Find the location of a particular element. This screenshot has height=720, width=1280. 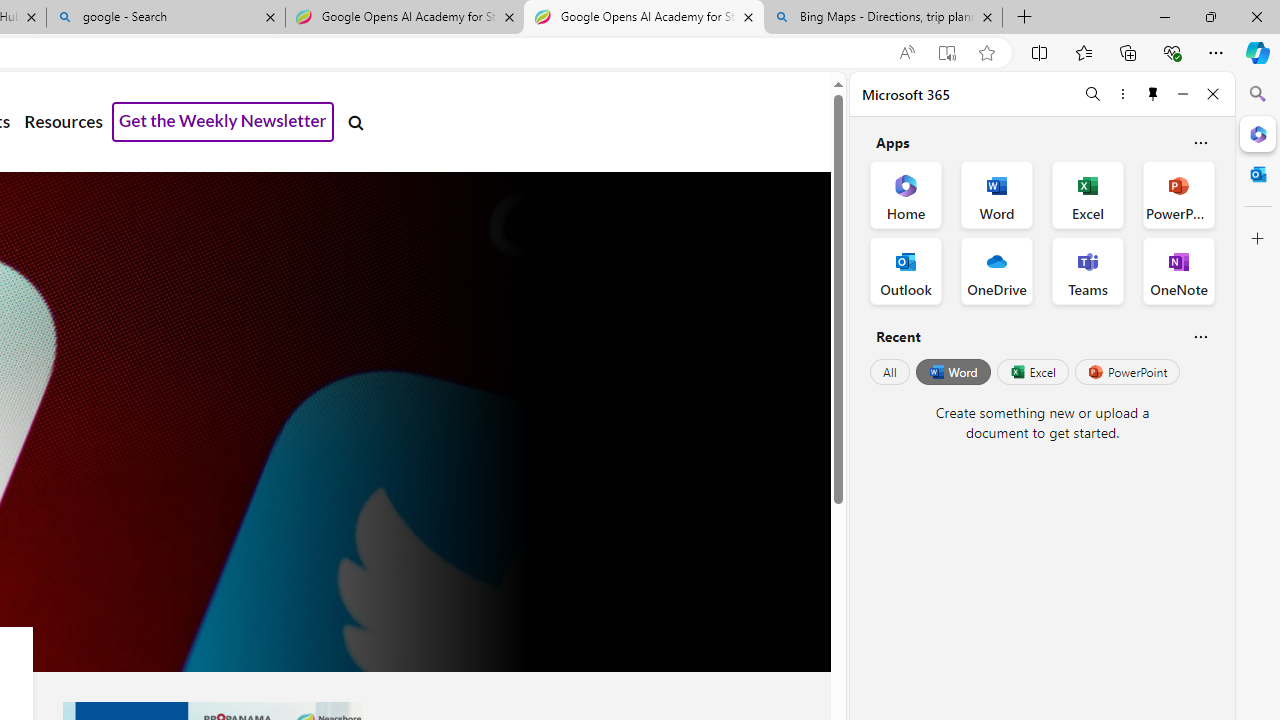

'More options' is located at coordinates (1122, 93).